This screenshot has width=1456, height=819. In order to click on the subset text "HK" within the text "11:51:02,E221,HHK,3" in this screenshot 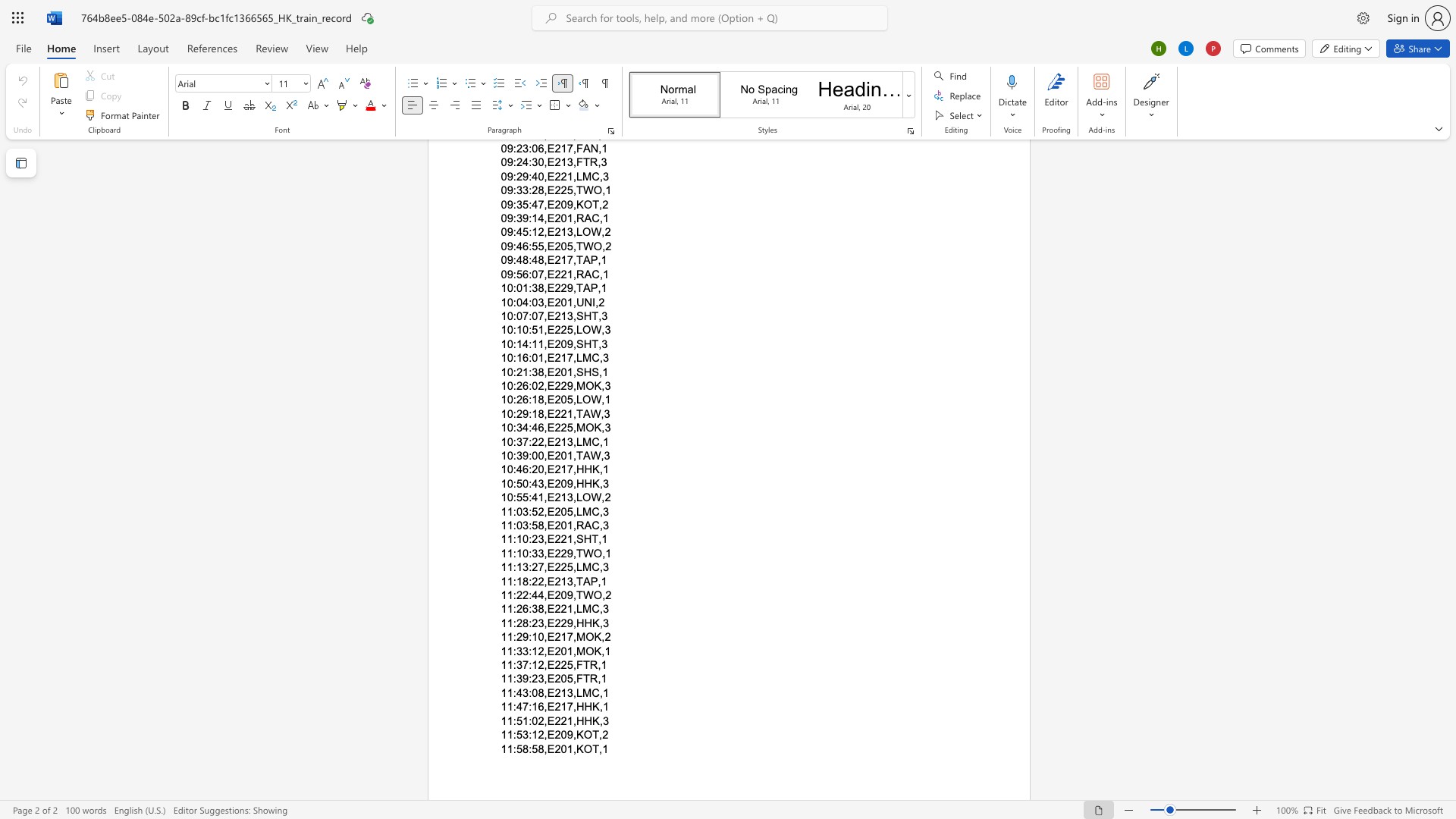, I will do `click(583, 720)`.